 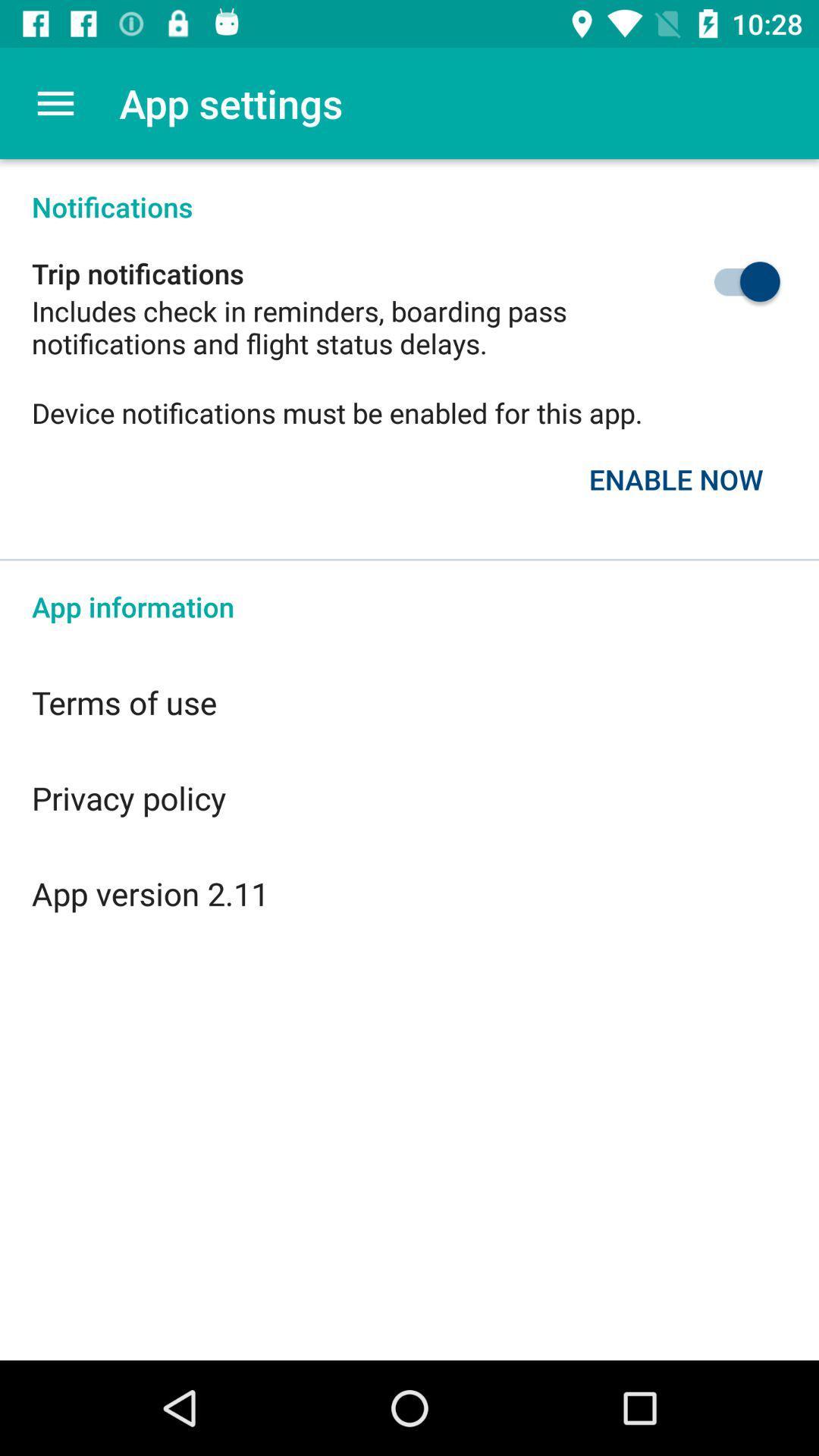 I want to click on turn on notifications, so click(x=711, y=281).